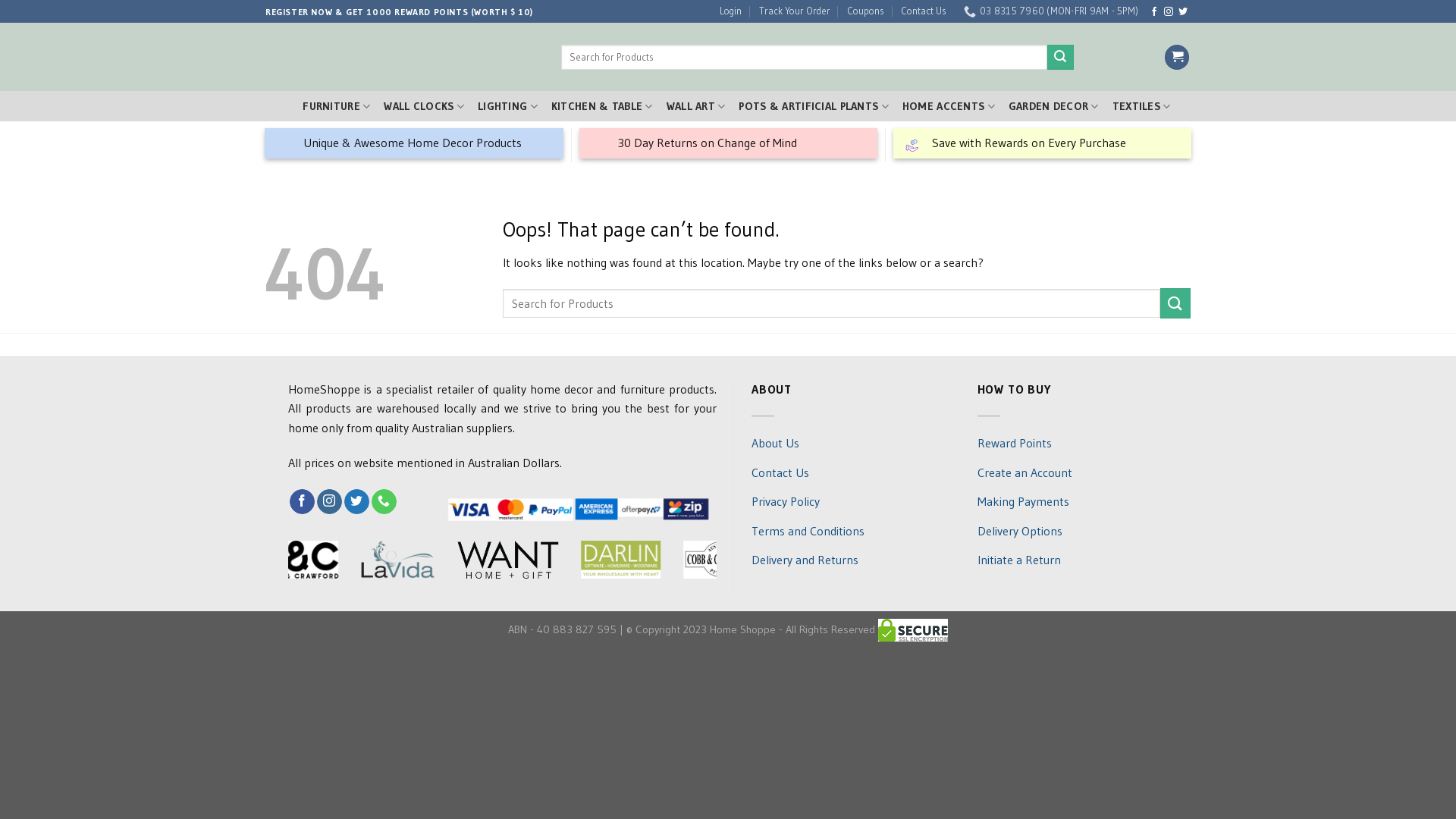  What do you see at coordinates (414, 143) in the screenshot?
I see `'Unique & Awesome Home Decor Products'` at bounding box center [414, 143].